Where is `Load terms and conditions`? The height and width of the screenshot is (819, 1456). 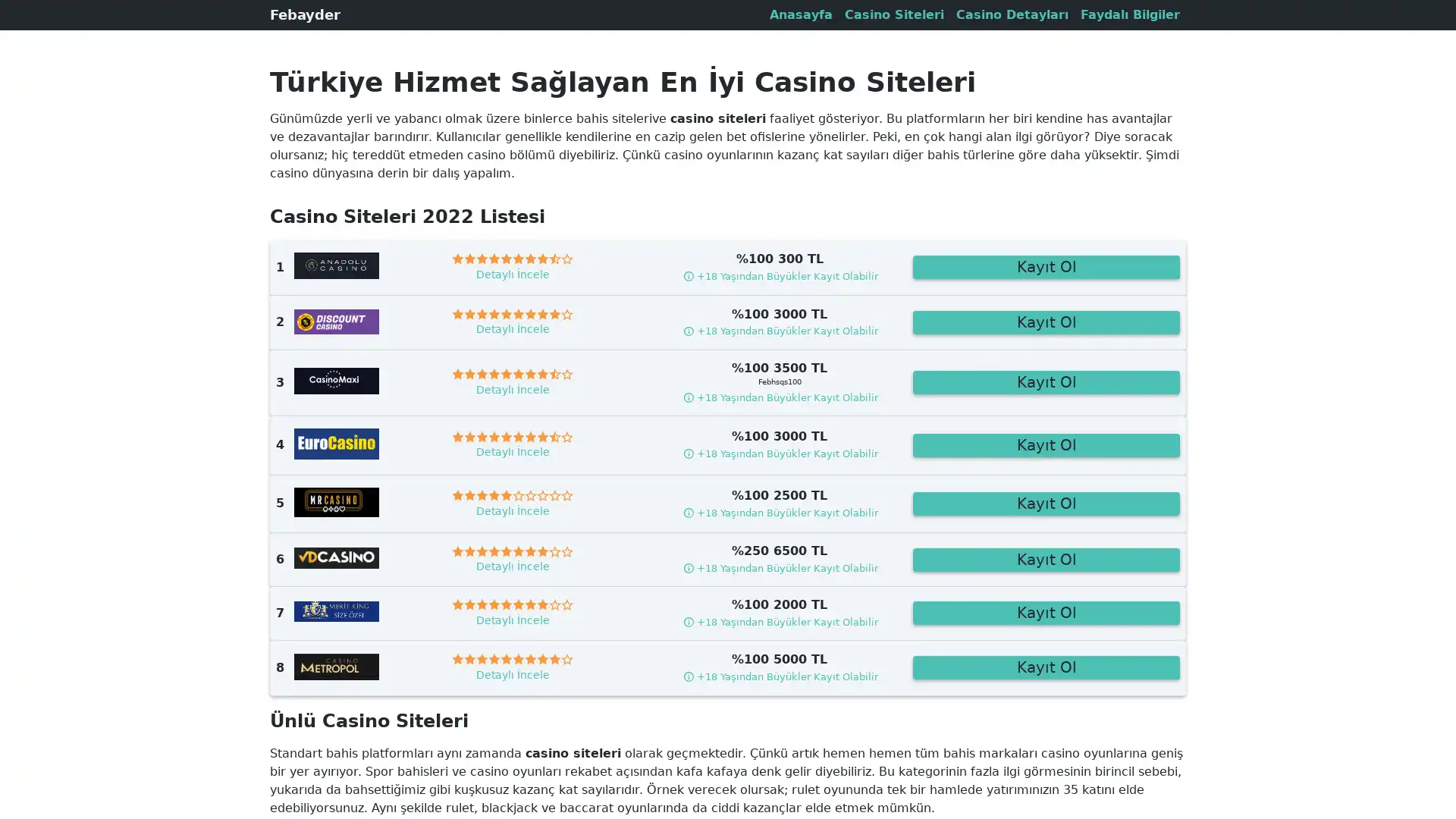 Load terms and conditions is located at coordinates (779, 396).